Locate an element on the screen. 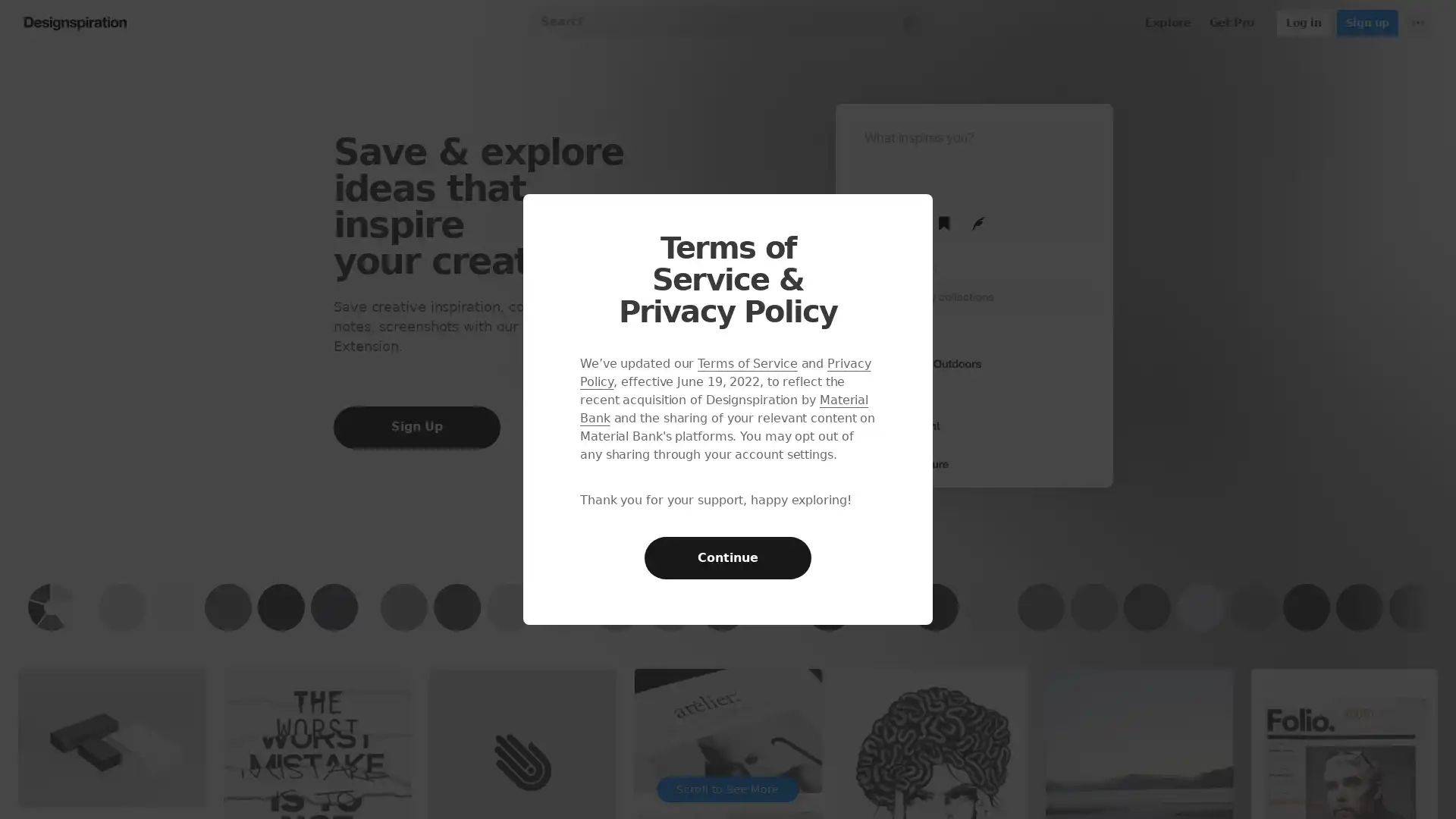  Continue is located at coordinates (728, 558).